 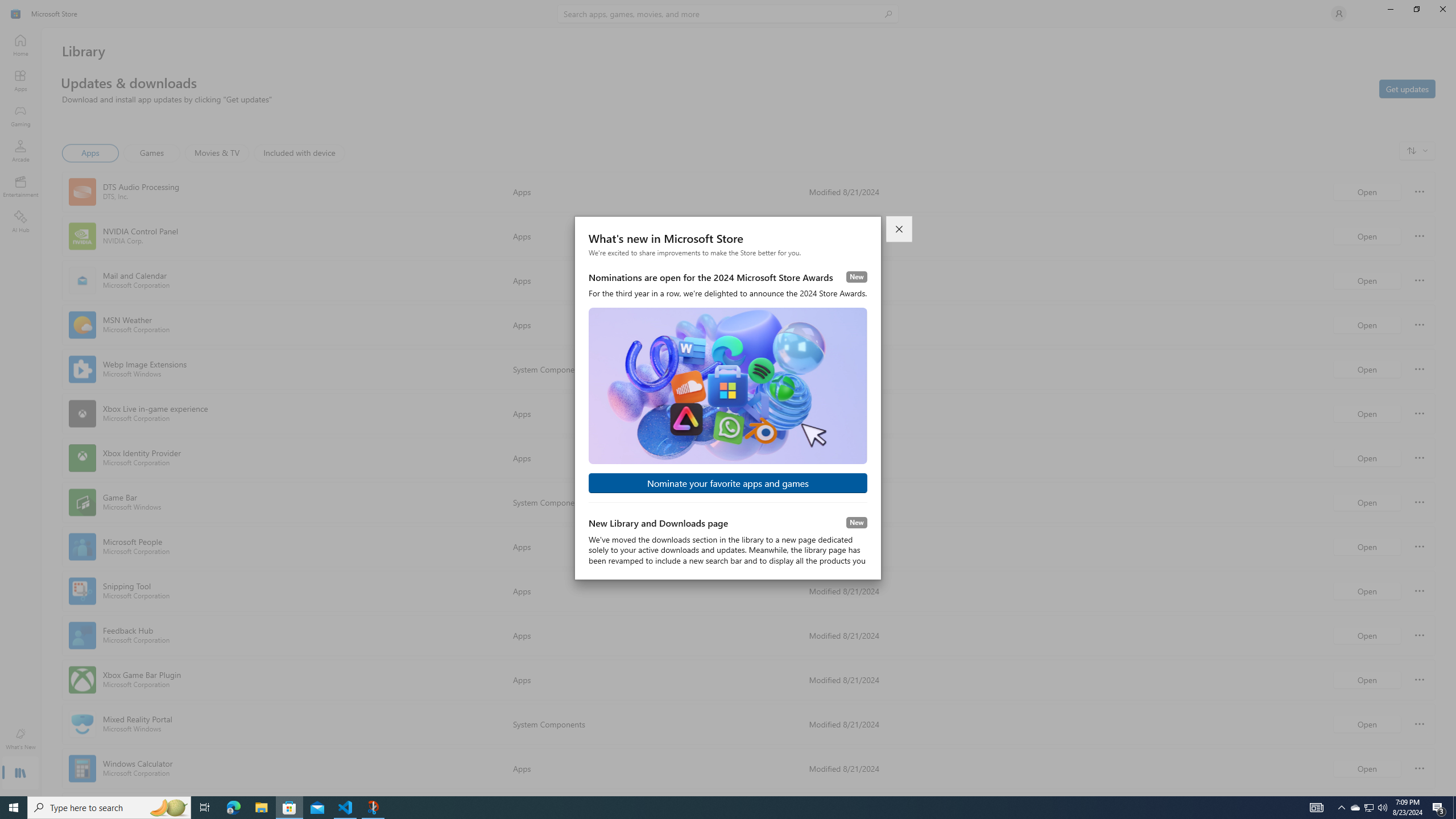 What do you see at coordinates (1416, 9) in the screenshot?
I see `'Restore Microsoft Store'` at bounding box center [1416, 9].